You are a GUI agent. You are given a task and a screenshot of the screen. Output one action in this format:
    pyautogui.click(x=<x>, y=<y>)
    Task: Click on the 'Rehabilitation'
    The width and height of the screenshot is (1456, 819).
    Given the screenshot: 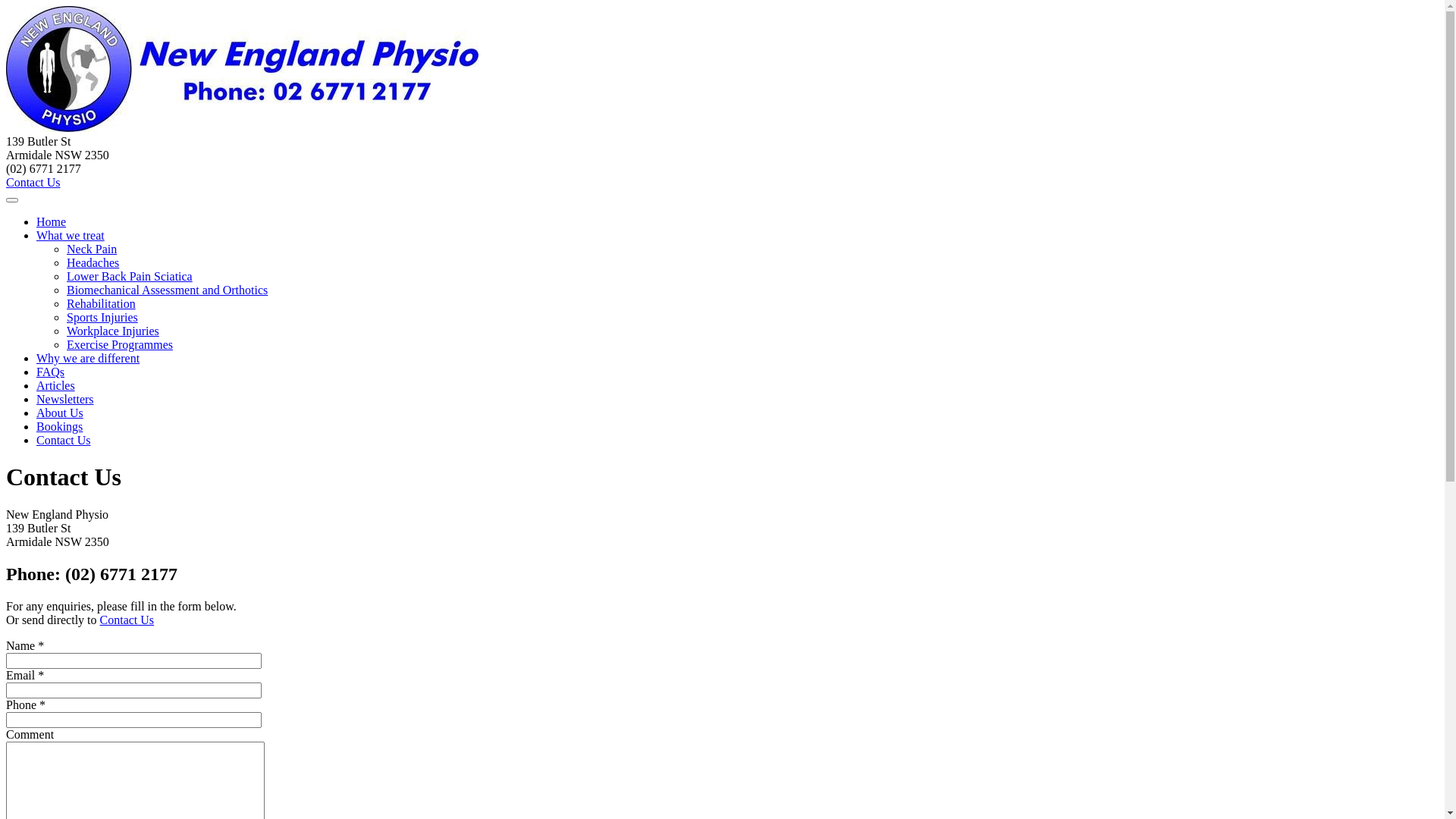 What is the action you would take?
    pyautogui.click(x=65, y=303)
    